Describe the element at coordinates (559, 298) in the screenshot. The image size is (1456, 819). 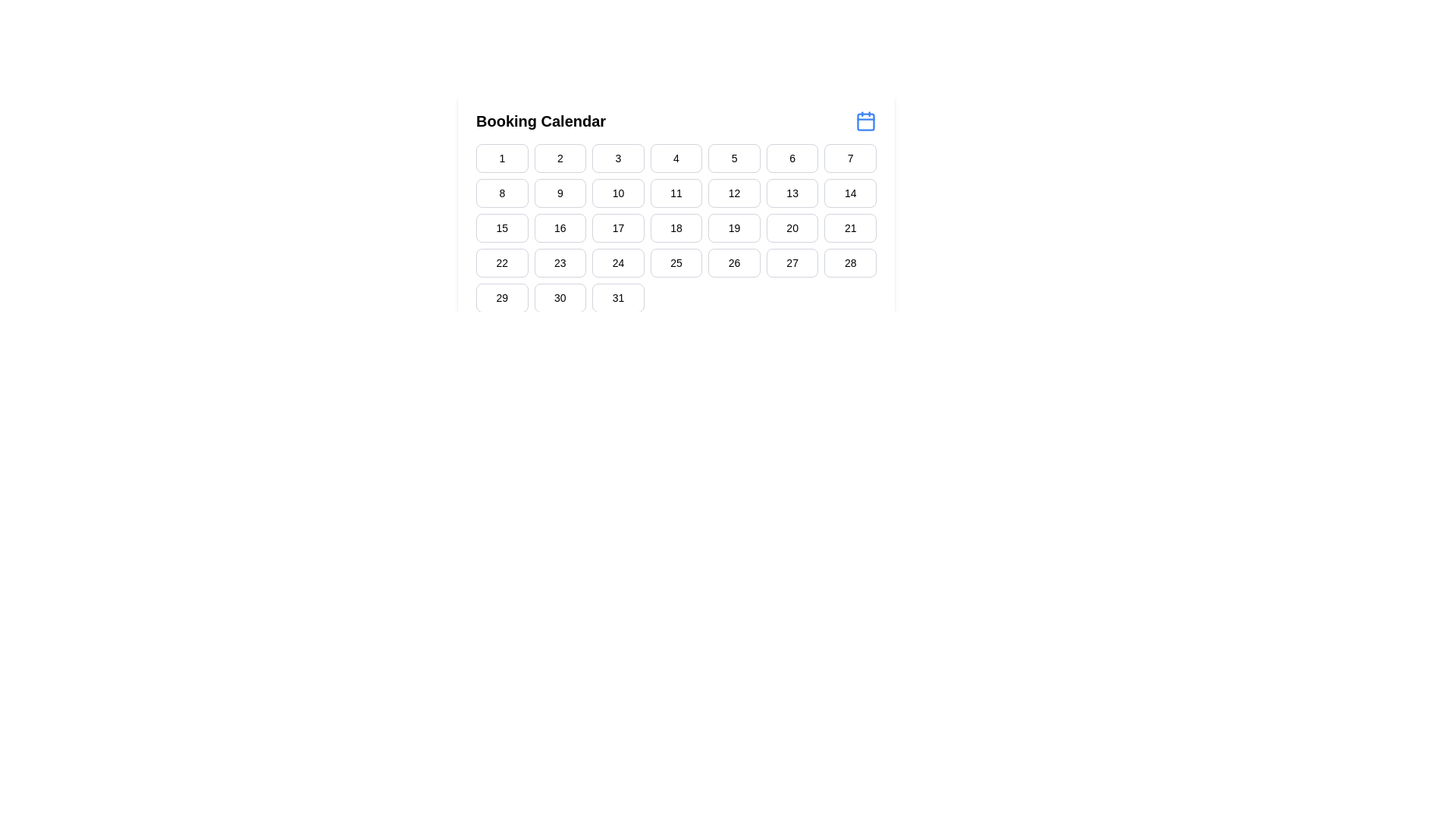
I see `the button labeled '30' in the Booking Calendar group, which is a rectangular button with a white background and a thin gray border, located before the button '31'` at that location.